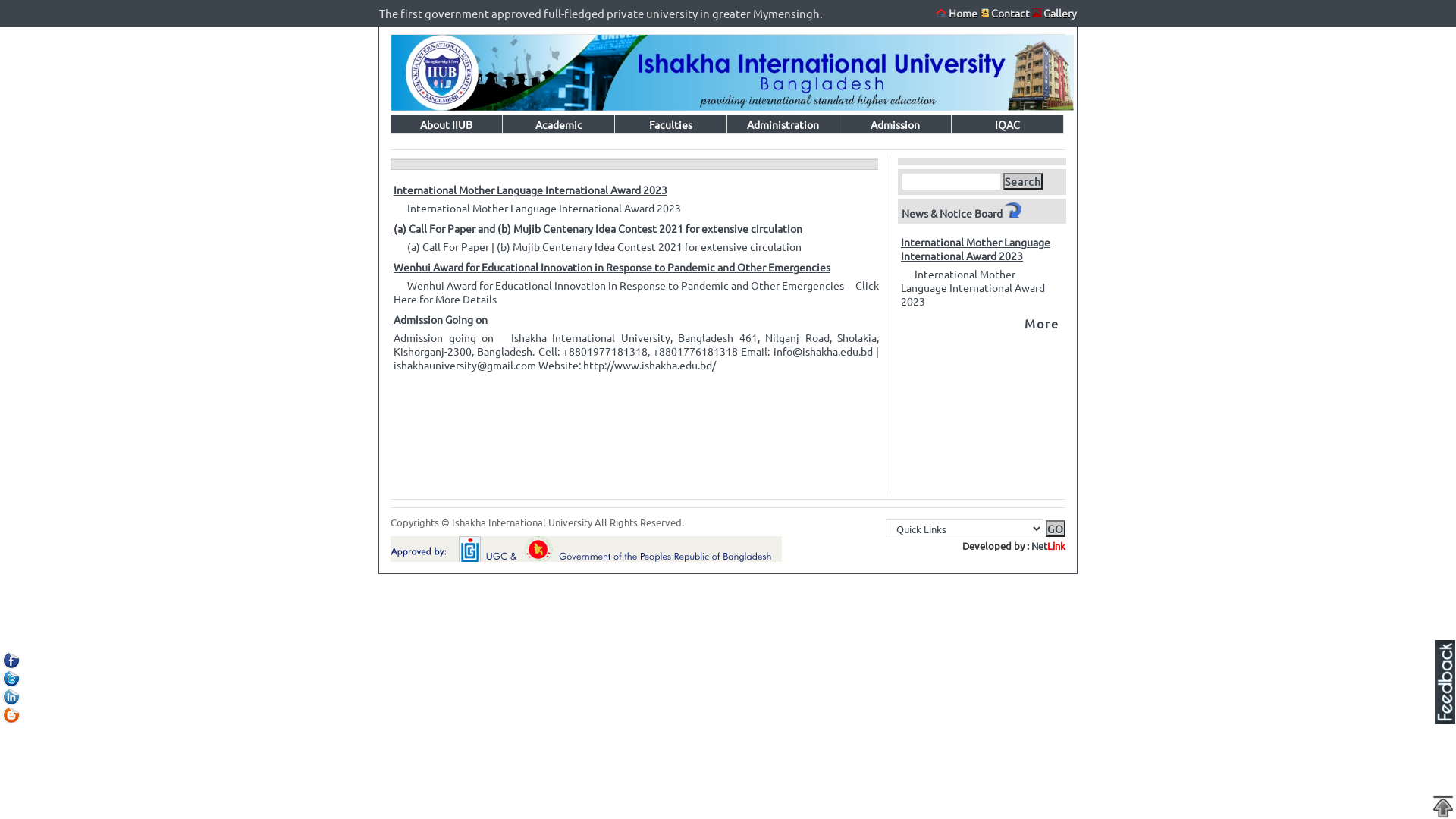 The image size is (1456, 819). Describe the element at coordinates (1022, 180) in the screenshot. I see `'Search'` at that location.